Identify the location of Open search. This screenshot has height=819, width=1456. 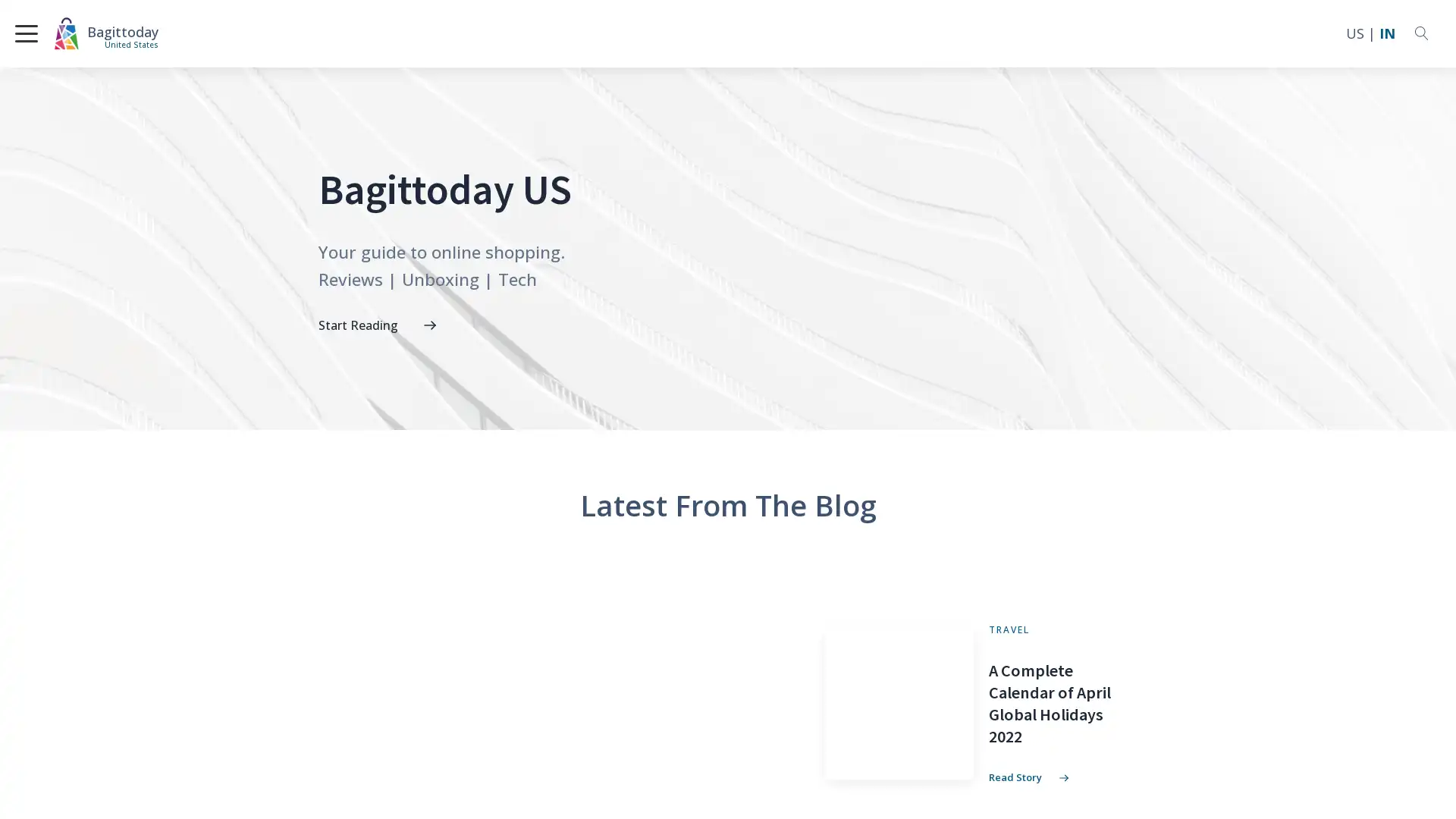
(1421, 33).